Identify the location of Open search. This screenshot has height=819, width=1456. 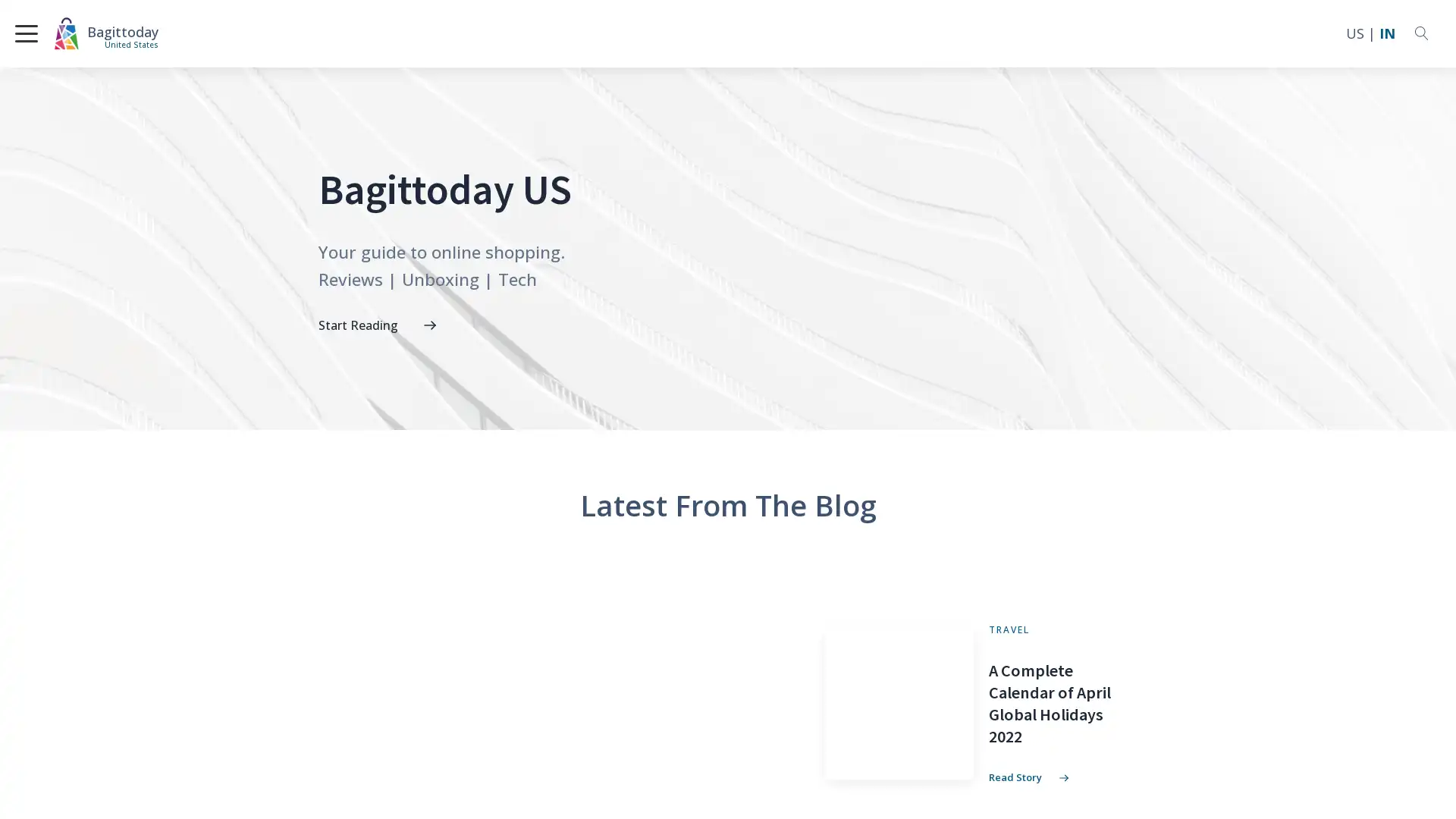
(1421, 33).